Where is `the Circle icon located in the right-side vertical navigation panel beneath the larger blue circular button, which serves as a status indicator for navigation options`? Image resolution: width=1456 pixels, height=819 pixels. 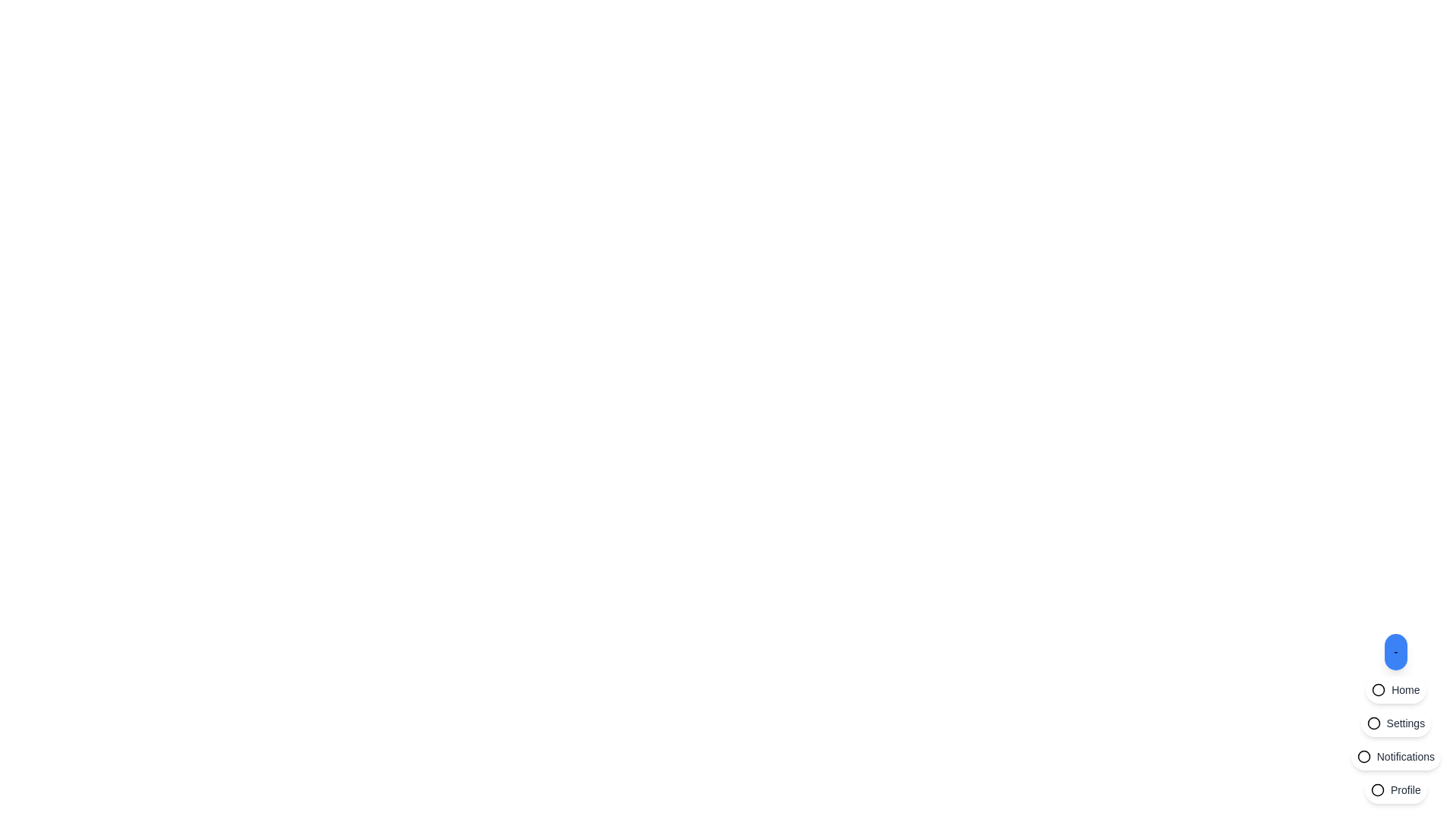 the Circle icon located in the right-side vertical navigation panel beneath the larger blue circular button, which serves as a status indicator for navigation options is located at coordinates (1363, 757).